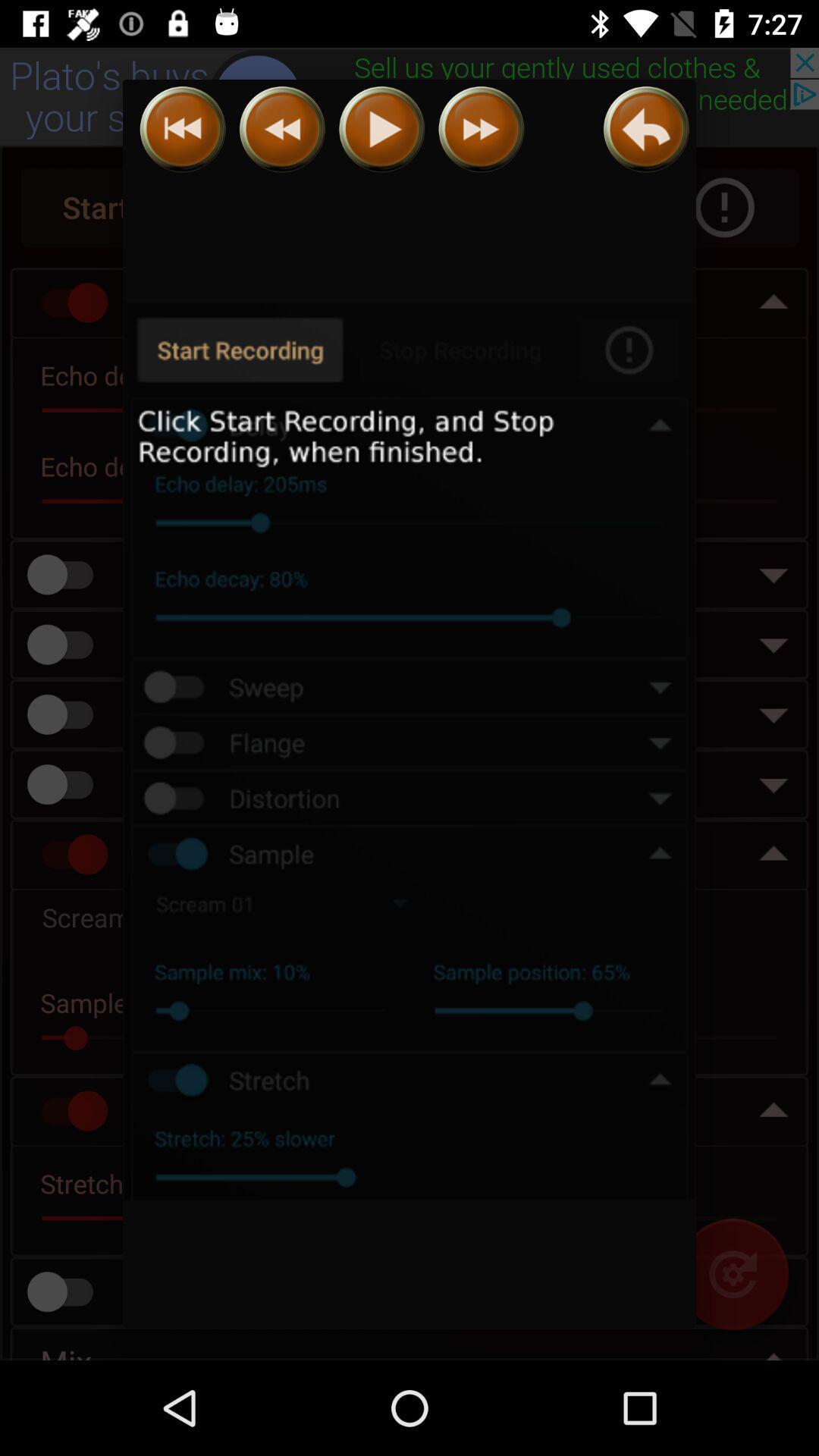  What do you see at coordinates (282, 129) in the screenshot?
I see `previous` at bounding box center [282, 129].